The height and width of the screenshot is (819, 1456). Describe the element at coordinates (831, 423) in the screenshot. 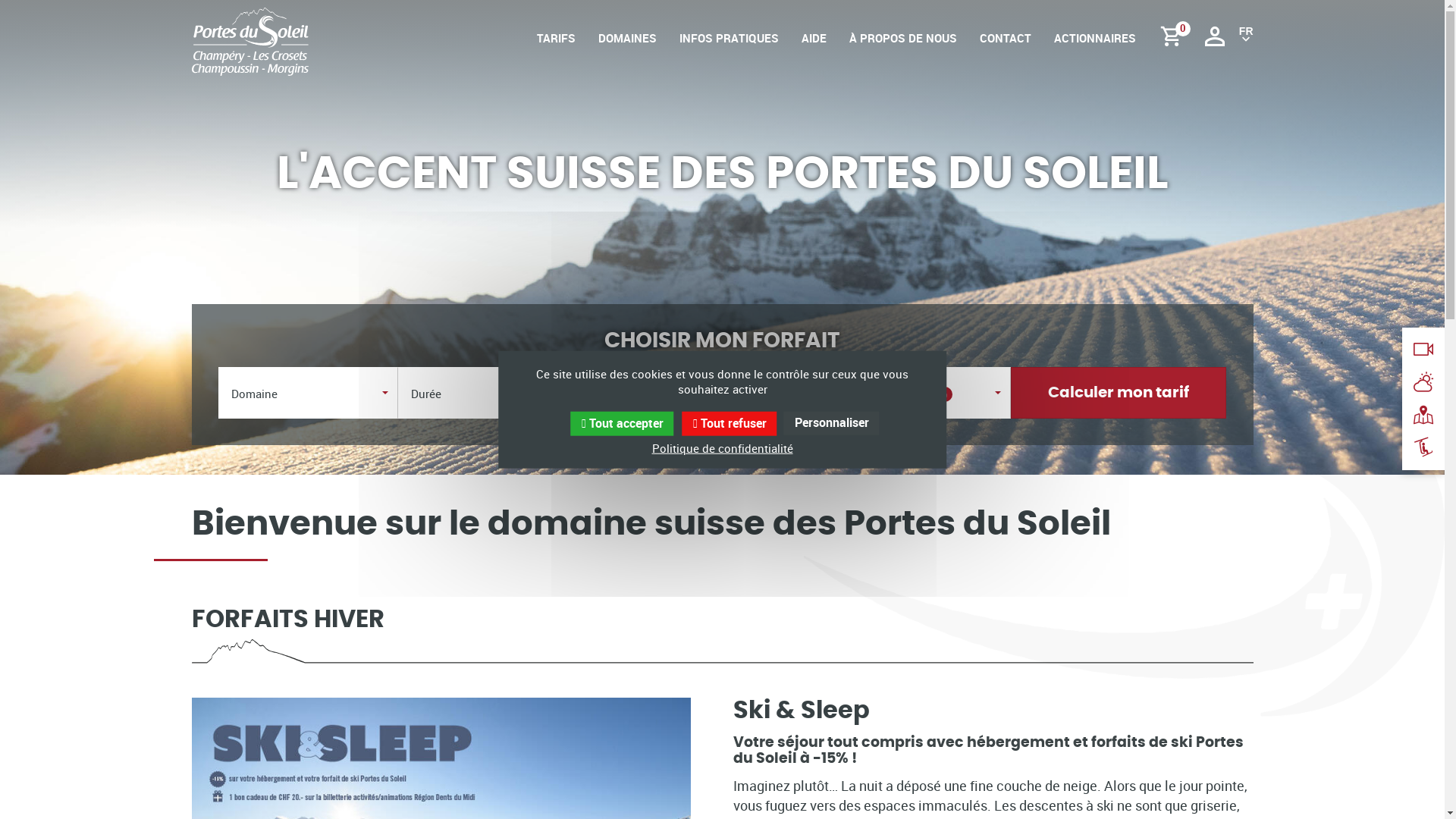

I see `'Personnaliser'` at that location.